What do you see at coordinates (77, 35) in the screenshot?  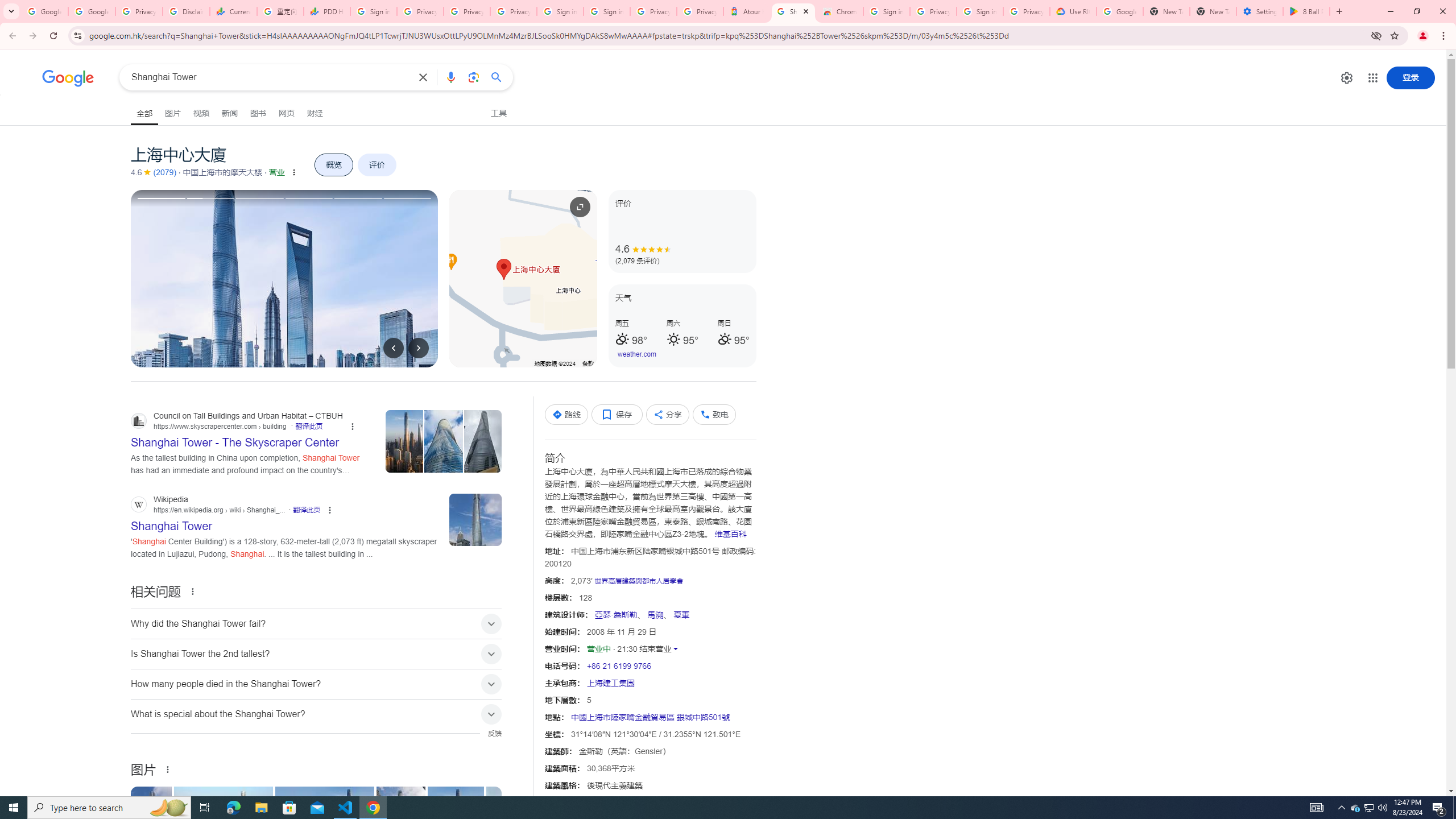 I see `'View site information'` at bounding box center [77, 35].